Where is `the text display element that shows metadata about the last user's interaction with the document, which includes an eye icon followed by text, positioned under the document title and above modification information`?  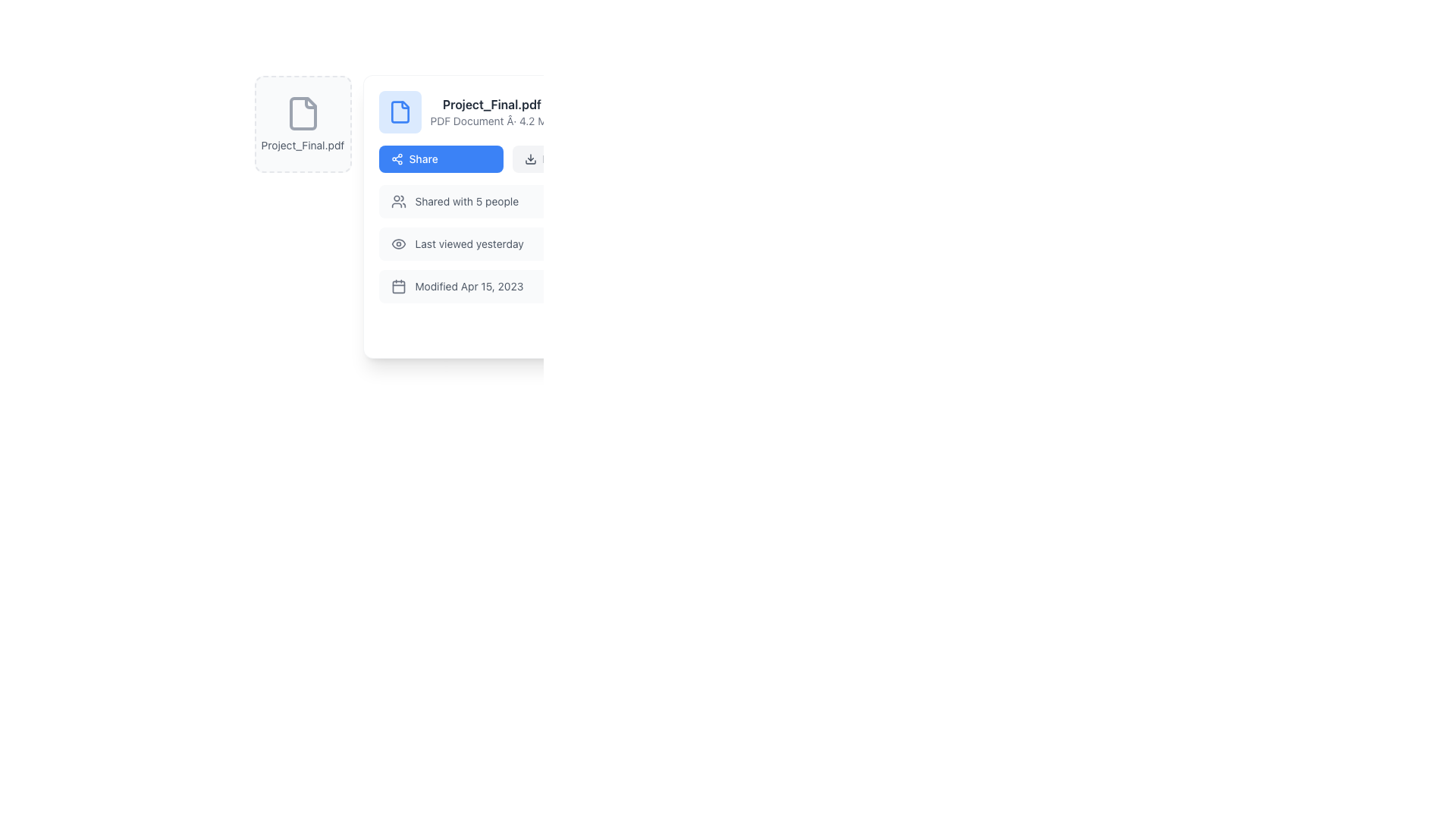 the text display element that shows metadata about the last user's interaction with the document, which includes an eye icon followed by text, positioned under the document title and above modification information is located at coordinates (457, 243).